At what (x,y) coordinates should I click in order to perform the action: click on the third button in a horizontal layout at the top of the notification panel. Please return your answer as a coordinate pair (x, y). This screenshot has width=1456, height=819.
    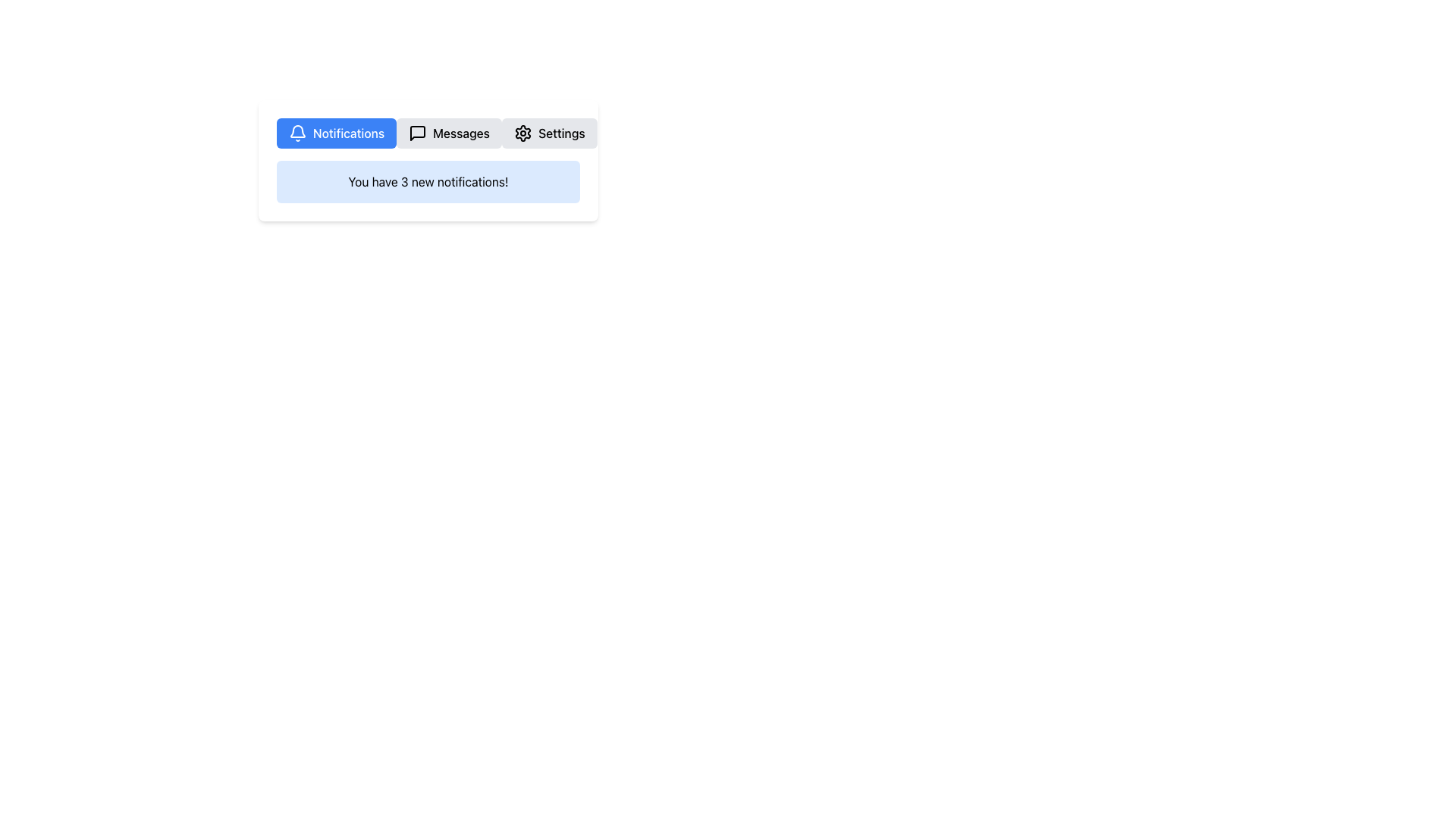
    Looking at the image, I should click on (548, 133).